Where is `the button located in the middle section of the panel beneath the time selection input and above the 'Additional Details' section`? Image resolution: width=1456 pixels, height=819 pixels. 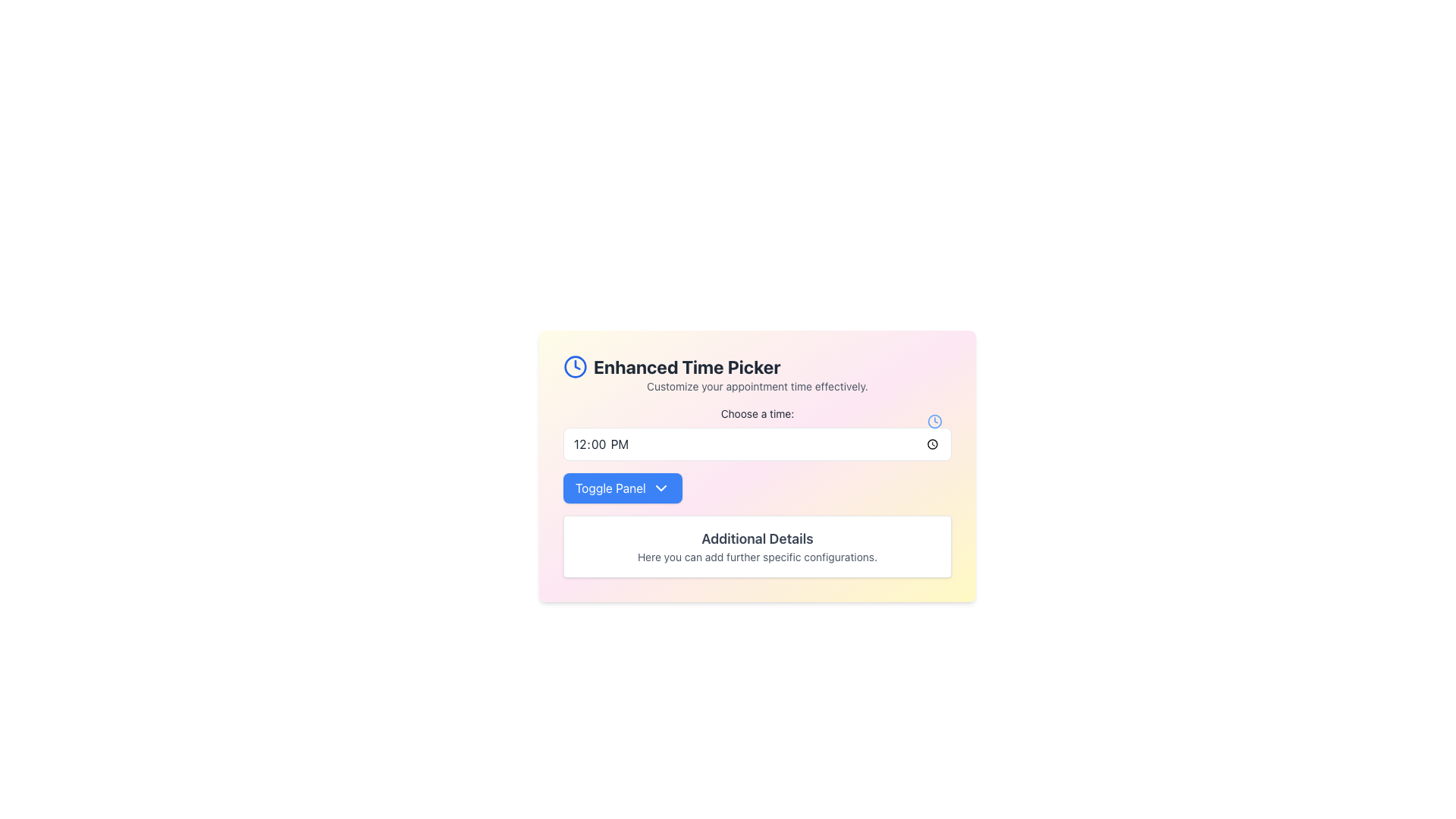 the button located in the middle section of the panel beneath the time selection input and above the 'Additional Details' section is located at coordinates (757, 488).